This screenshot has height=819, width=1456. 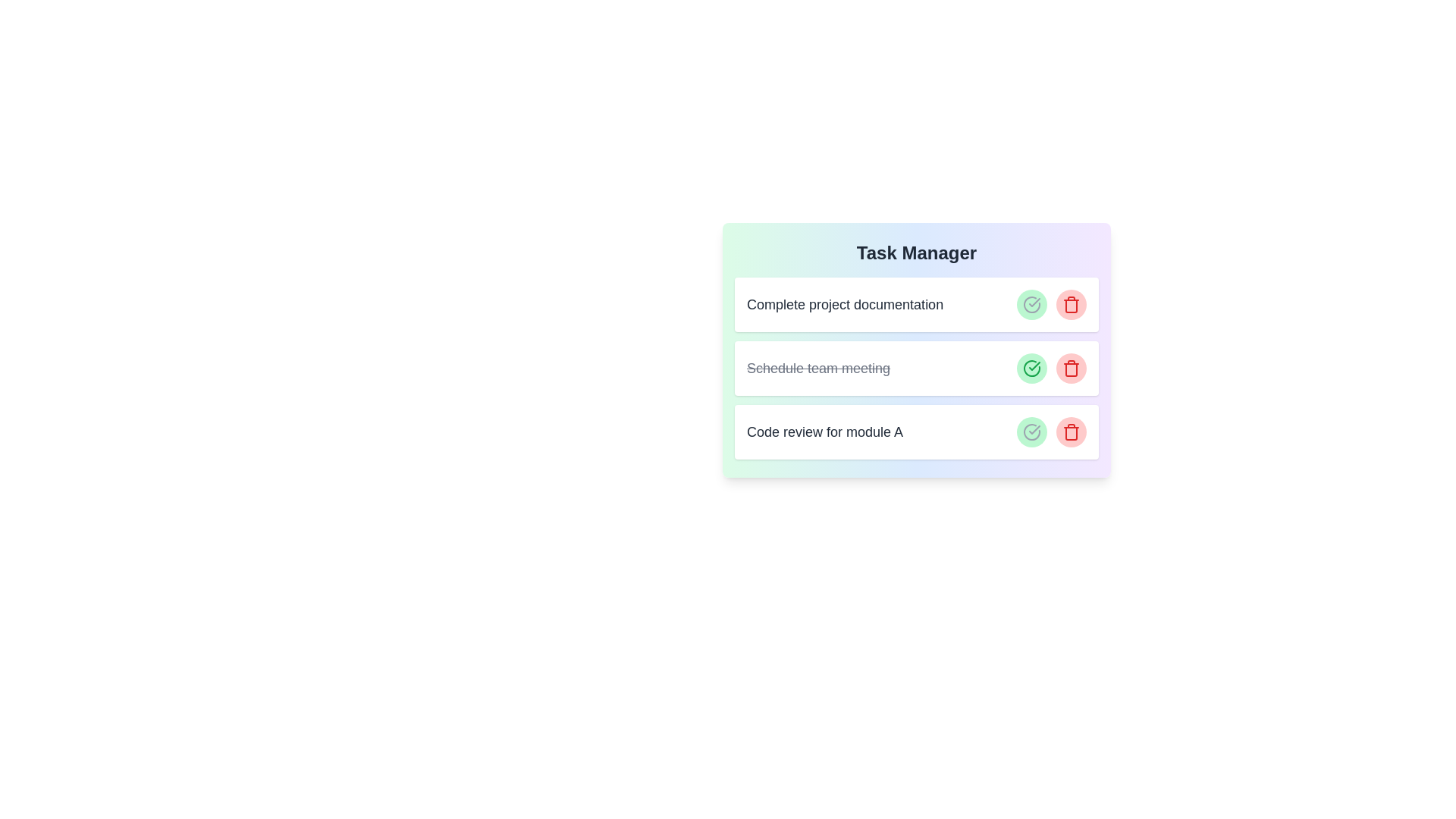 What do you see at coordinates (1070, 304) in the screenshot?
I see `the delete button for the task 'Complete project documentation'` at bounding box center [1070, 304].